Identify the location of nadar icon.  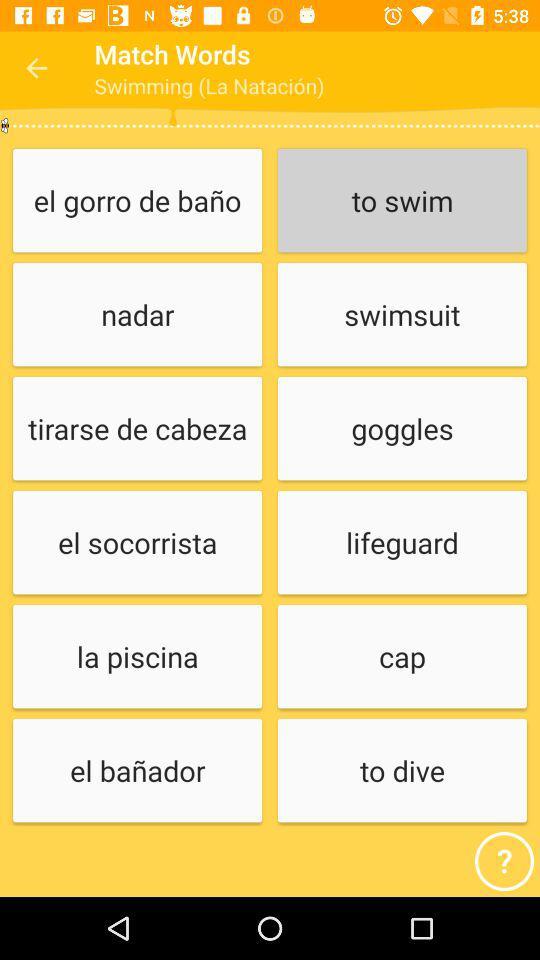
(136, 315).